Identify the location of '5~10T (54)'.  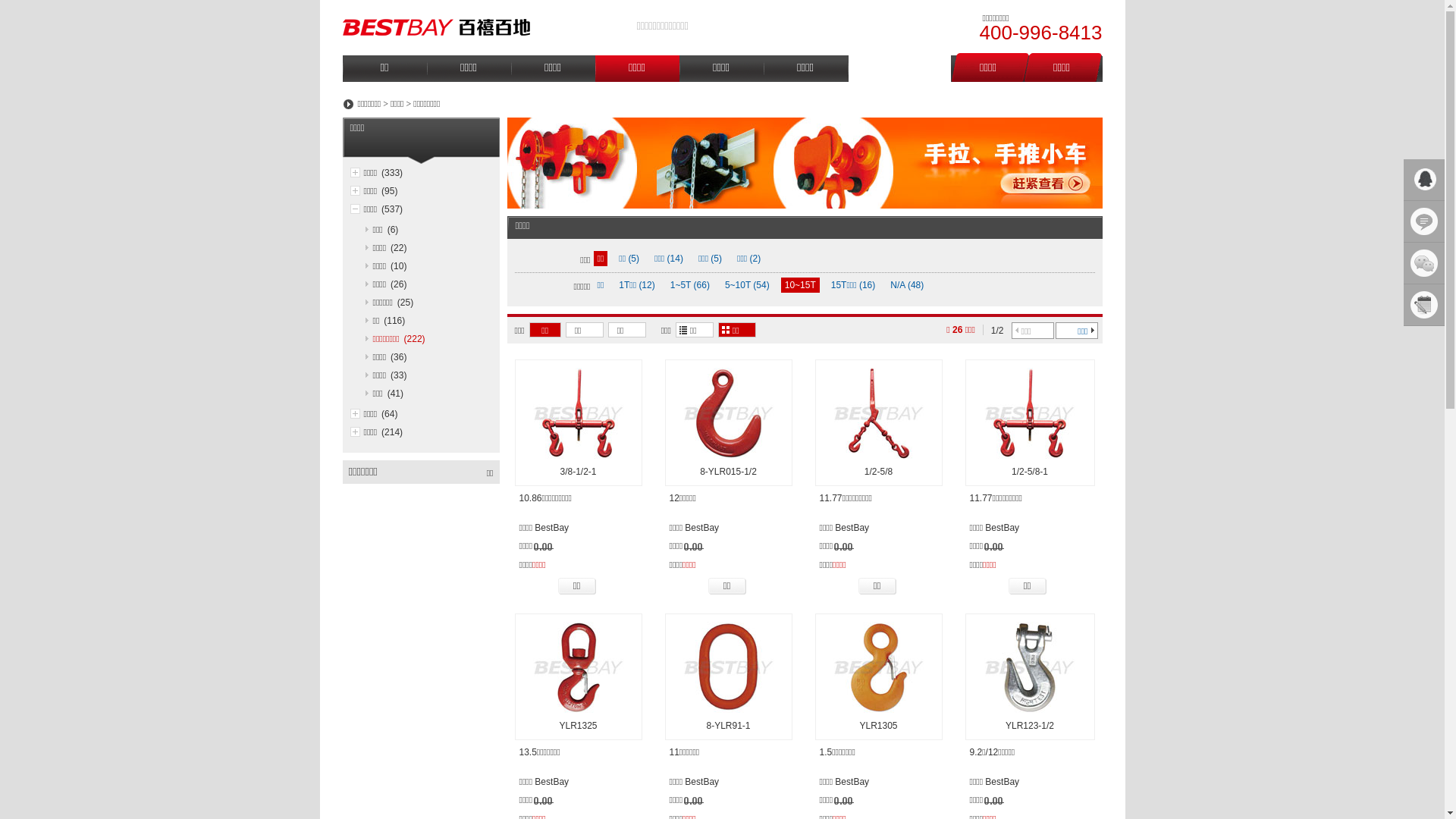
(747, 284).